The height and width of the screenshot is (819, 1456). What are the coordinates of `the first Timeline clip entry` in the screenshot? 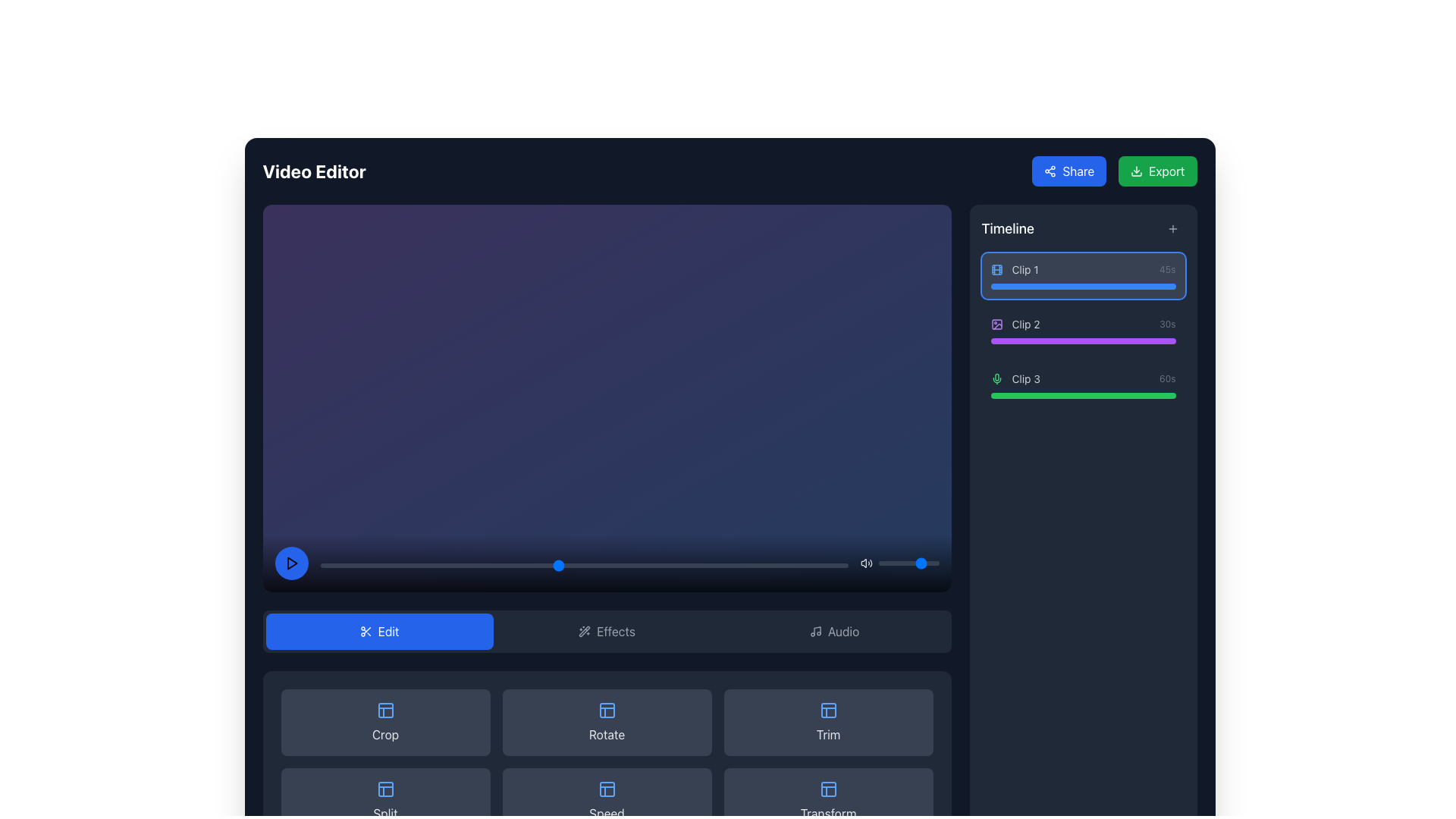 It's located at (1082, 268).